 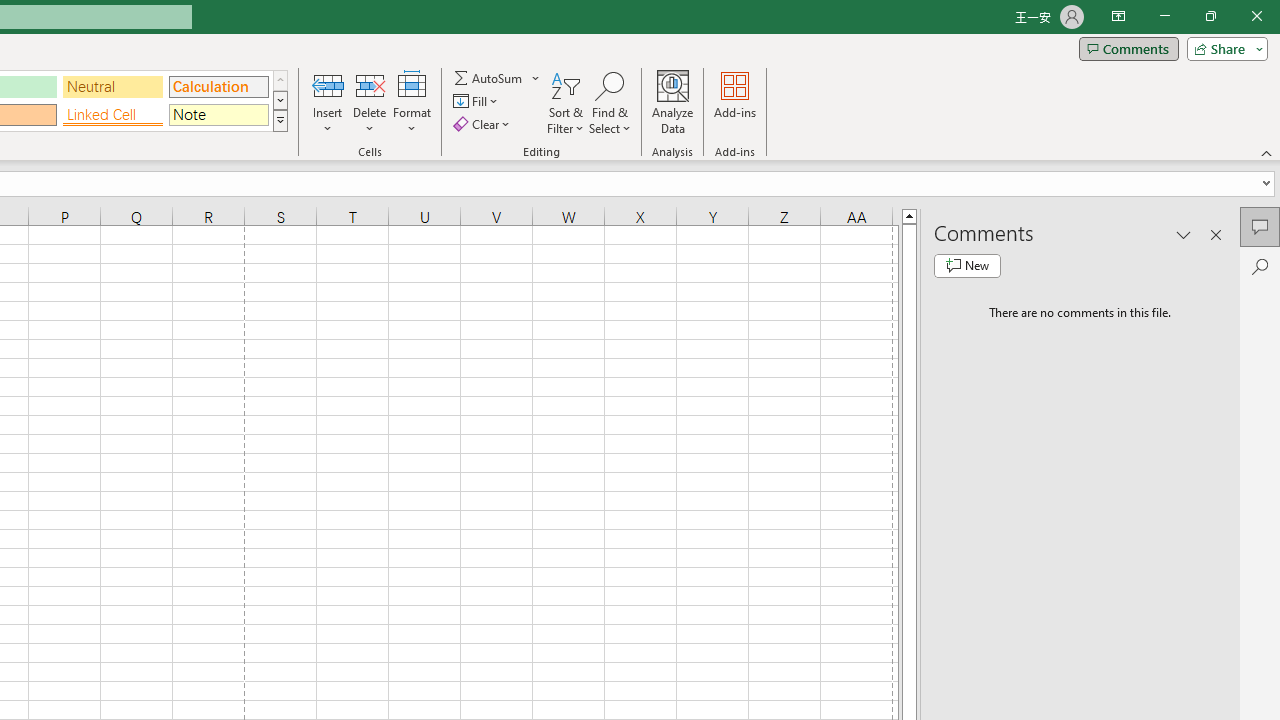 What do you see at coordinates (483, 124) in the screenshot?
I see `'Clear'` at bounding box center [483, 124].